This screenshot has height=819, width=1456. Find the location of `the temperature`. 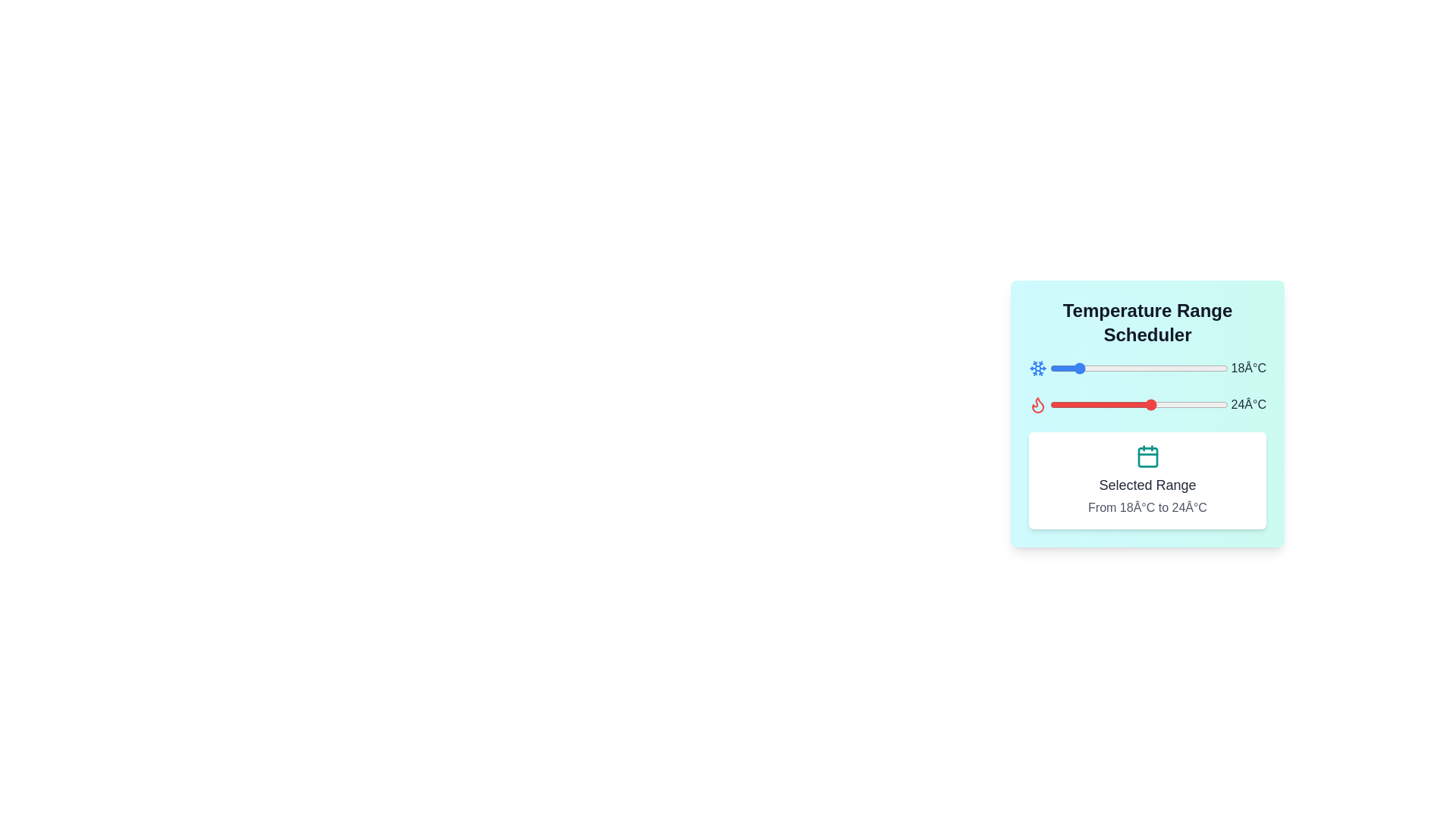

the temperature is located at coordinates (1139, 403).